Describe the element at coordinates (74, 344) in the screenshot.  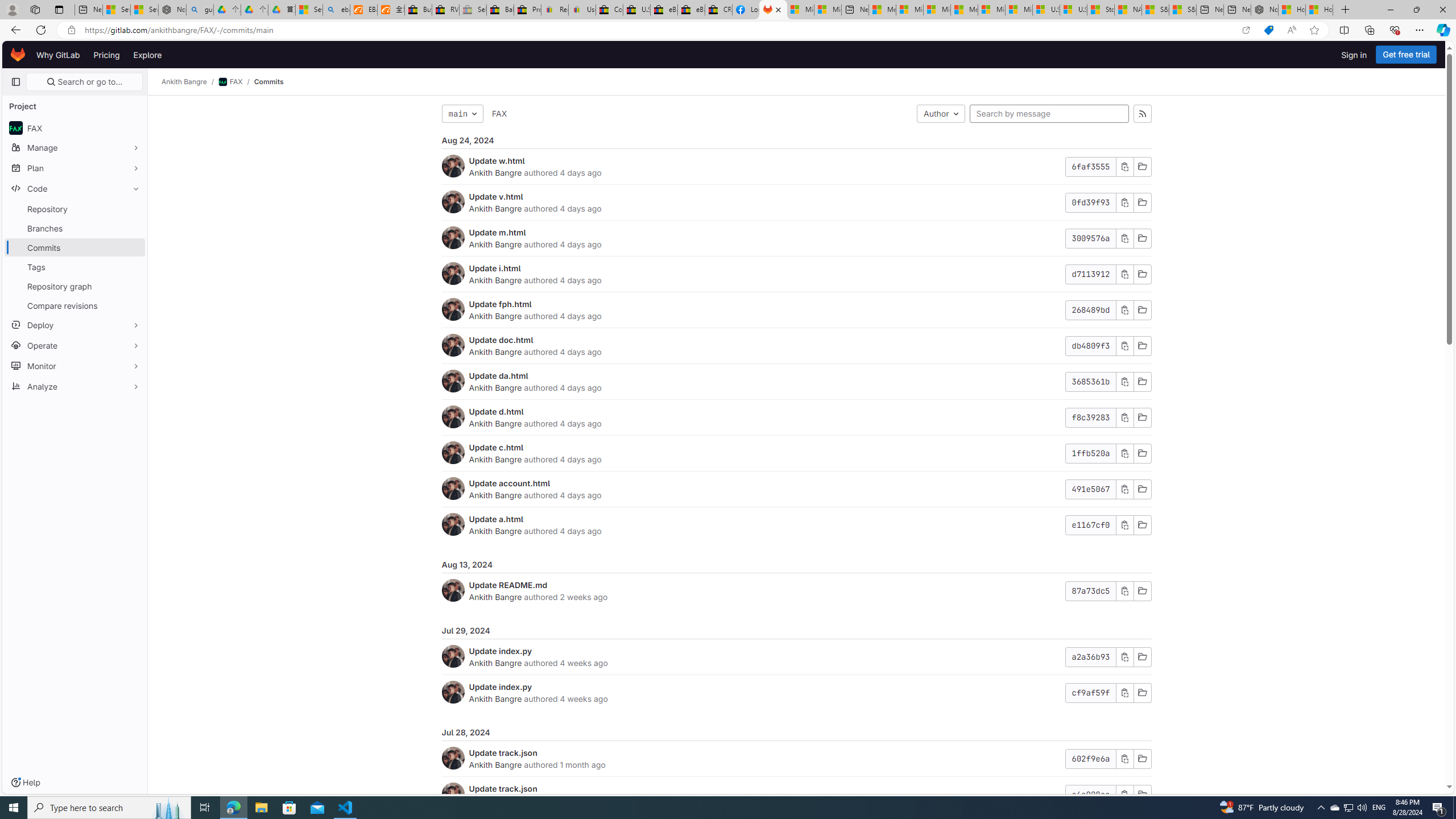
I see `'Operate'` at that location.